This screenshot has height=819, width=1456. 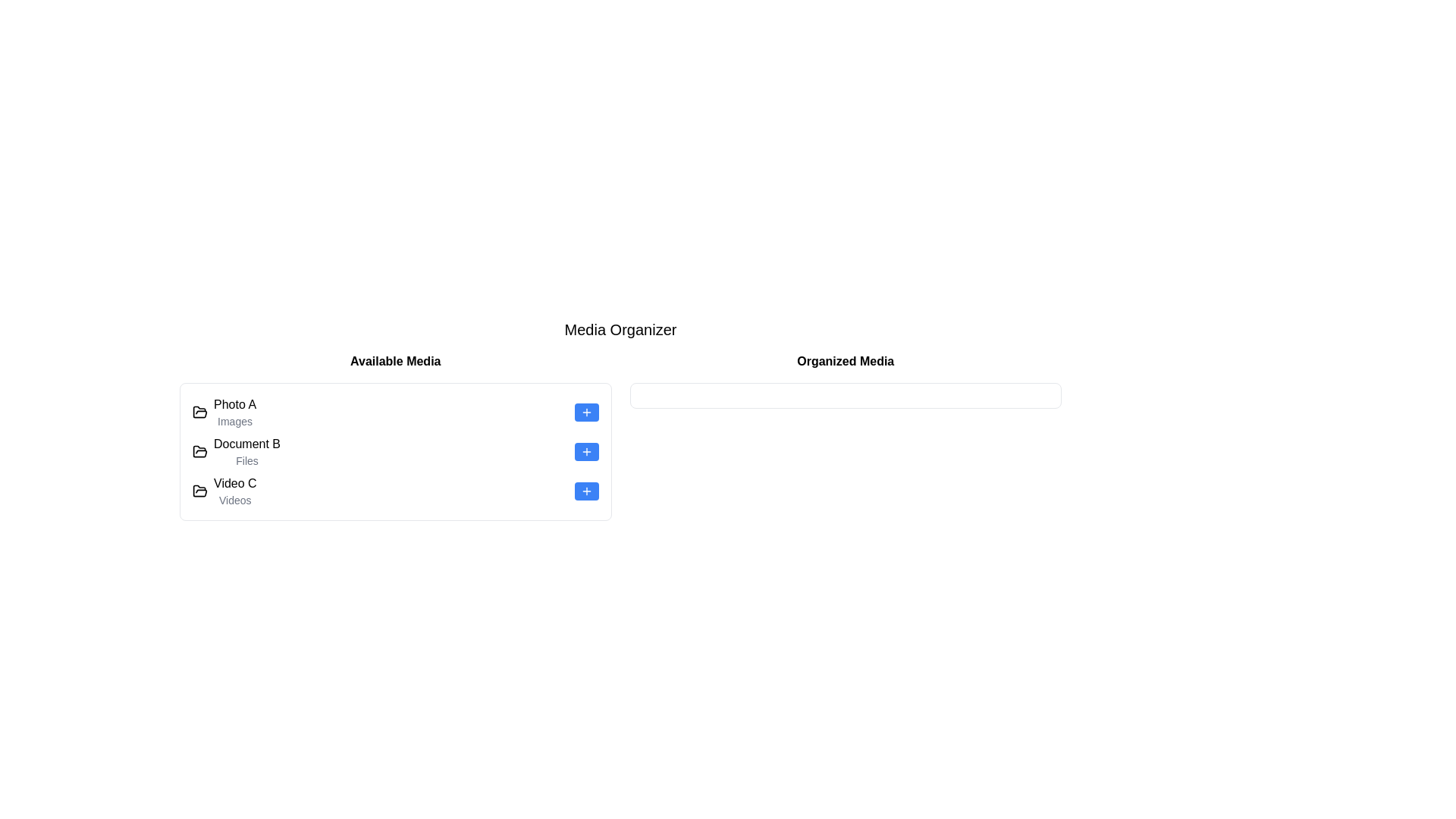 I want to click on the small blue button with a white '+' icon to observe the hover effect, so click(x=585, y=491).